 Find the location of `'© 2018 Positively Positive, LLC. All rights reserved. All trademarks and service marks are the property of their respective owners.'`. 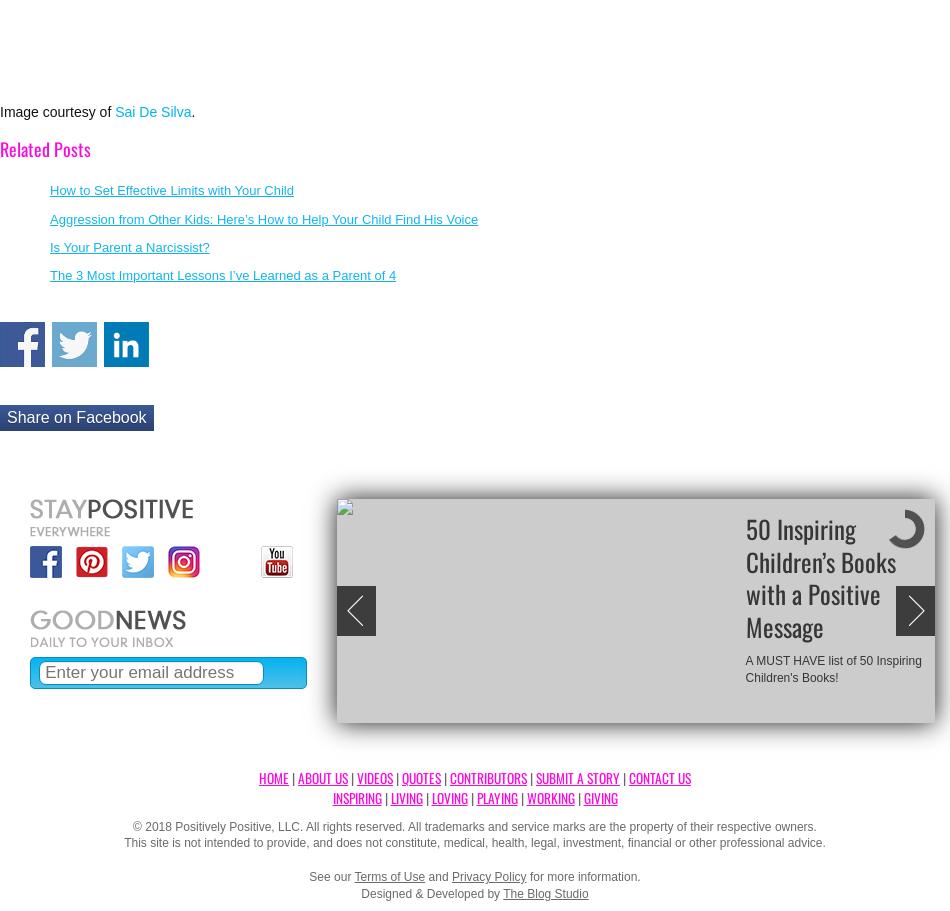

'© 2018 Positively Positive, LLC. All rights reserved. All trademarks and service marks are the property of their respective owners.' is located at coordinates (473, 825).